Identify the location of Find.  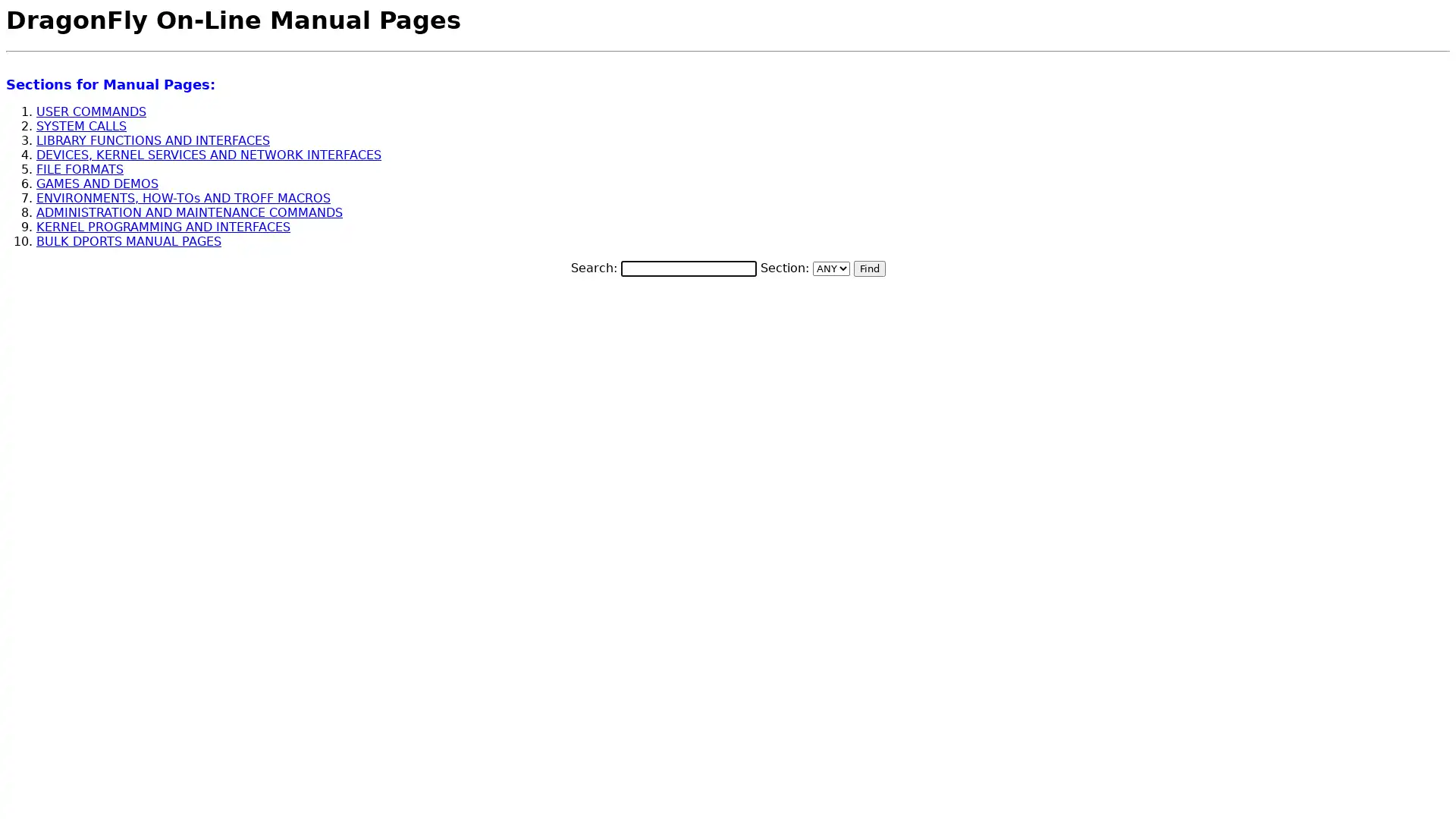
(869, 267).